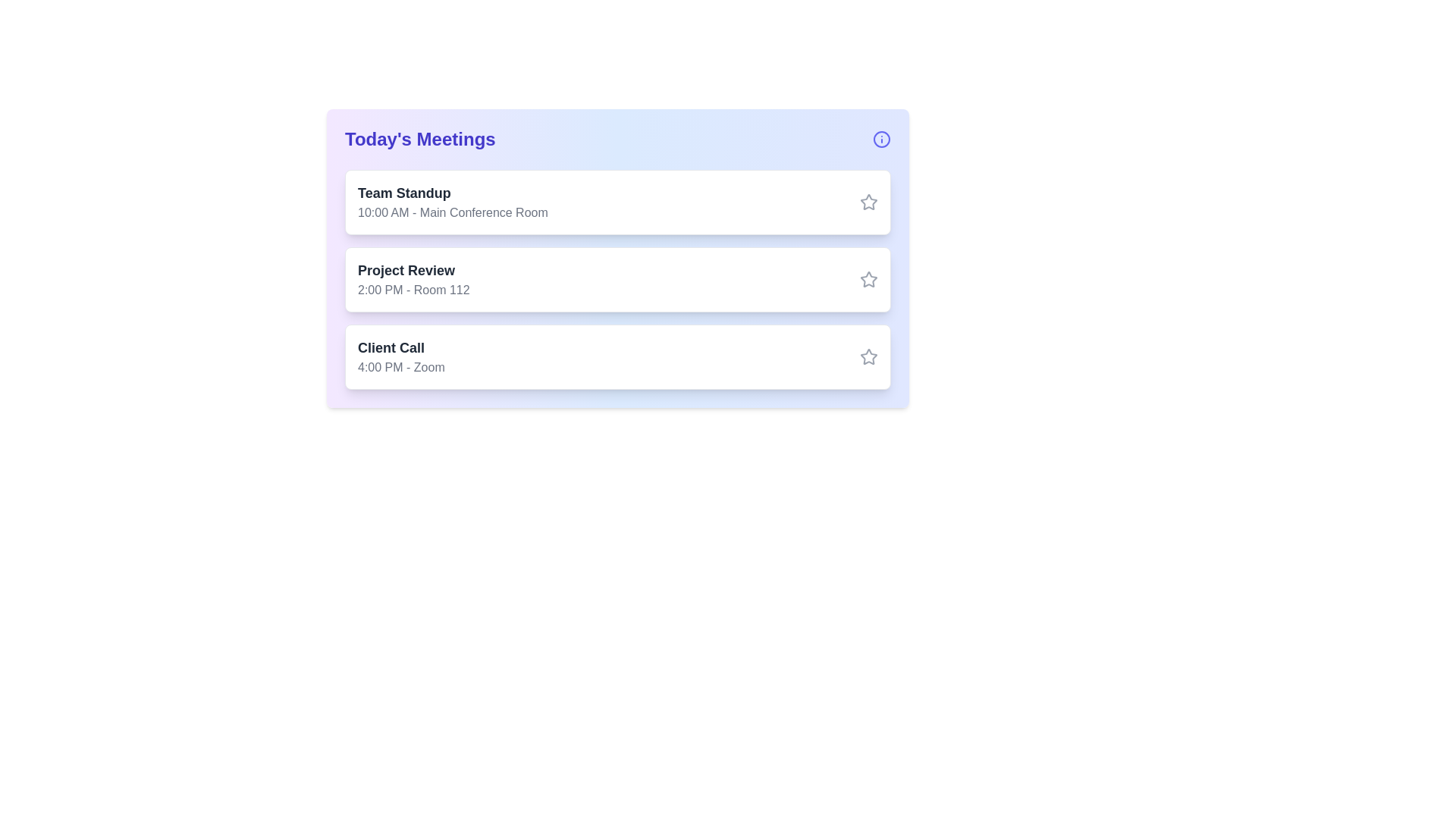 The image size is (1456, 819). I want to click on the Text label that provides information about the time and location of the first meeting under 'Today's Meetings', specifically located below the 'Team Standup' title, so click(452, 213).